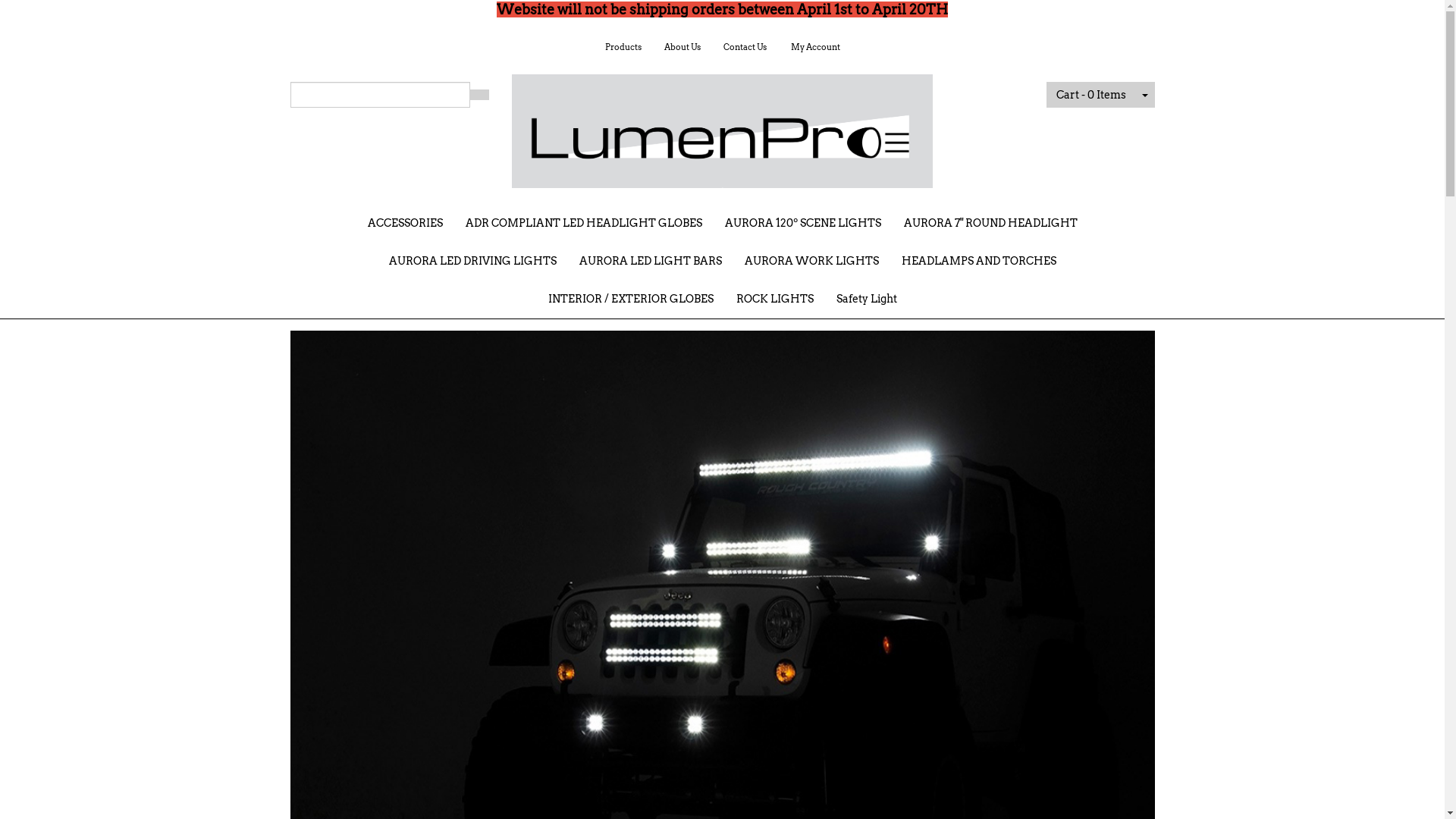 This screenshot has width=1456, height=819. I want to click on 'About Us', so click(680, 45).